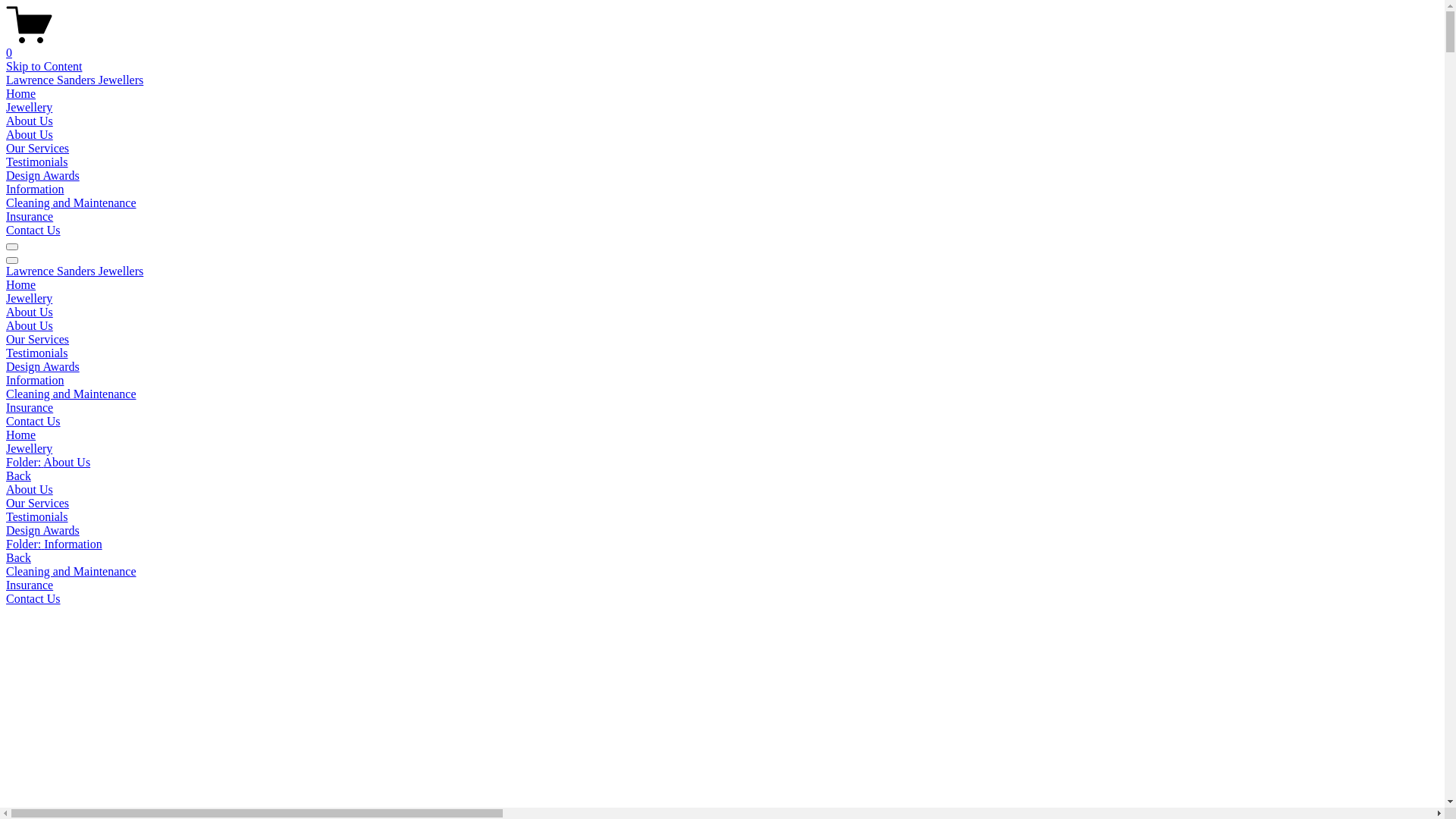 Image resolution: width=1456 pixels, height=819 pixels. Describe the element at coordinates (35, 379) in the screenshot. I see `'Information'` at that location.